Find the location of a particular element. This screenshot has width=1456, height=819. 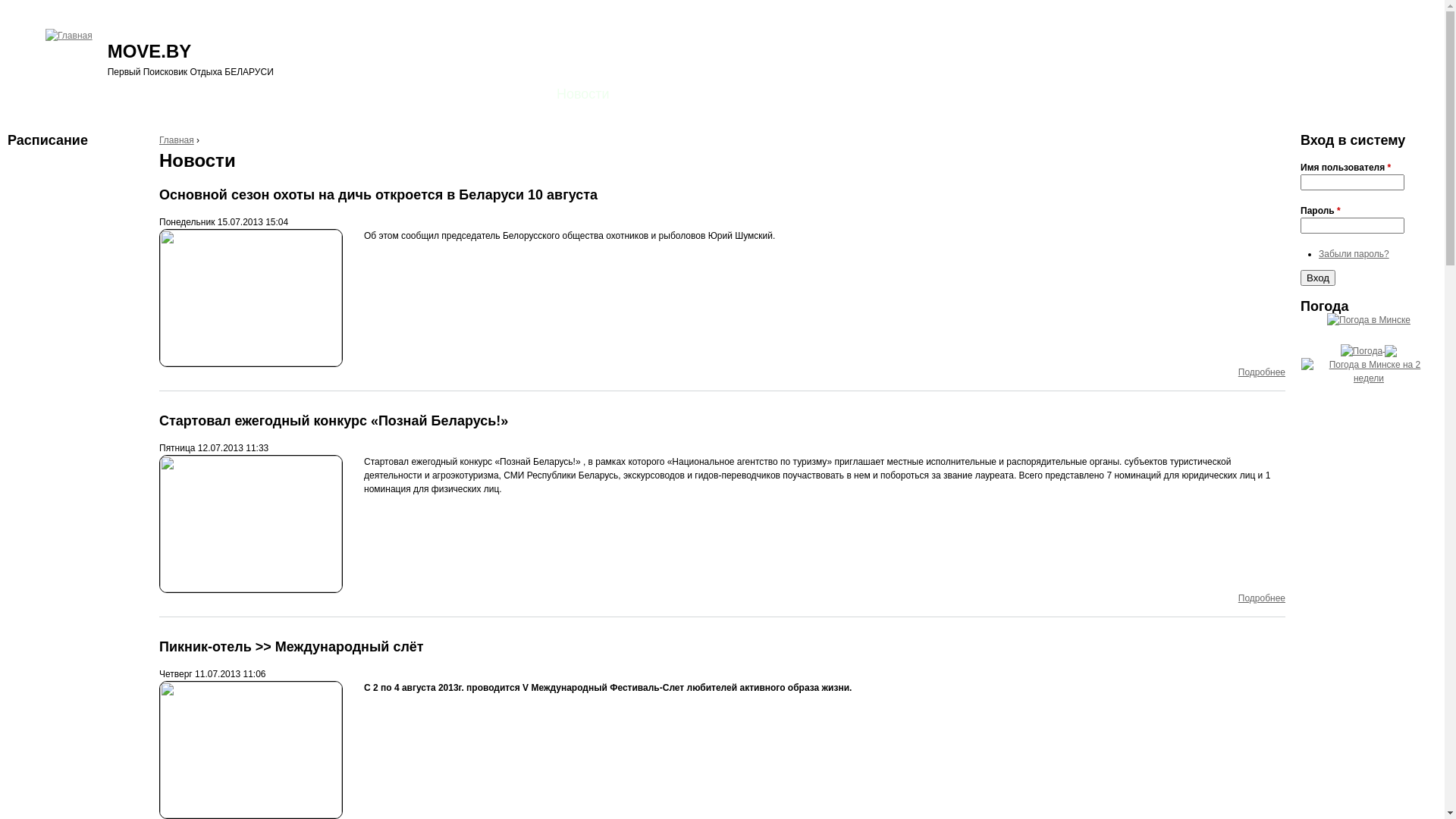

'MOVE.BY' is located at coordinates (149, 50).